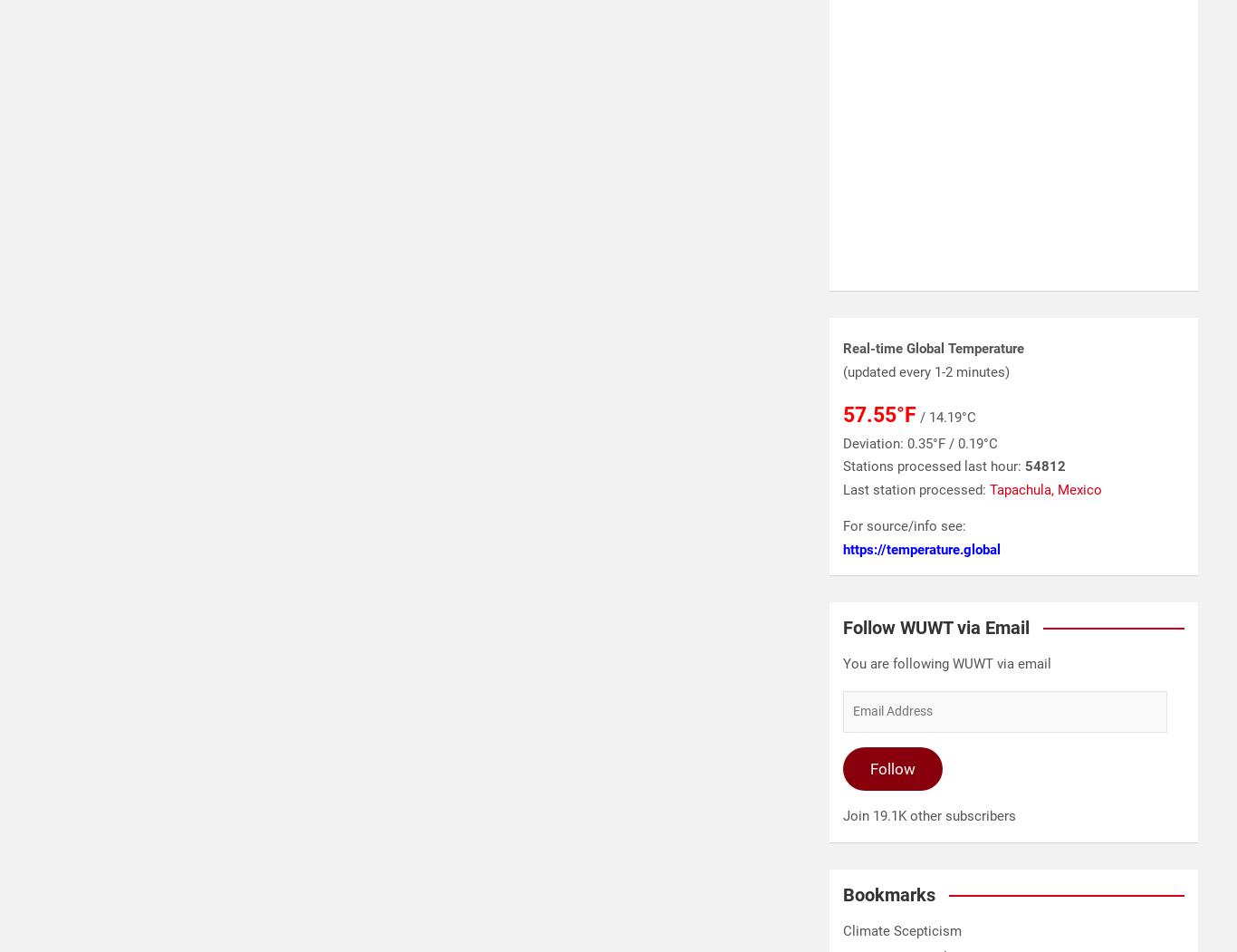  Describe the element at coordinates (1045, 488) in the screenshot. I see `'Tapachula, Mexico'` at that location.